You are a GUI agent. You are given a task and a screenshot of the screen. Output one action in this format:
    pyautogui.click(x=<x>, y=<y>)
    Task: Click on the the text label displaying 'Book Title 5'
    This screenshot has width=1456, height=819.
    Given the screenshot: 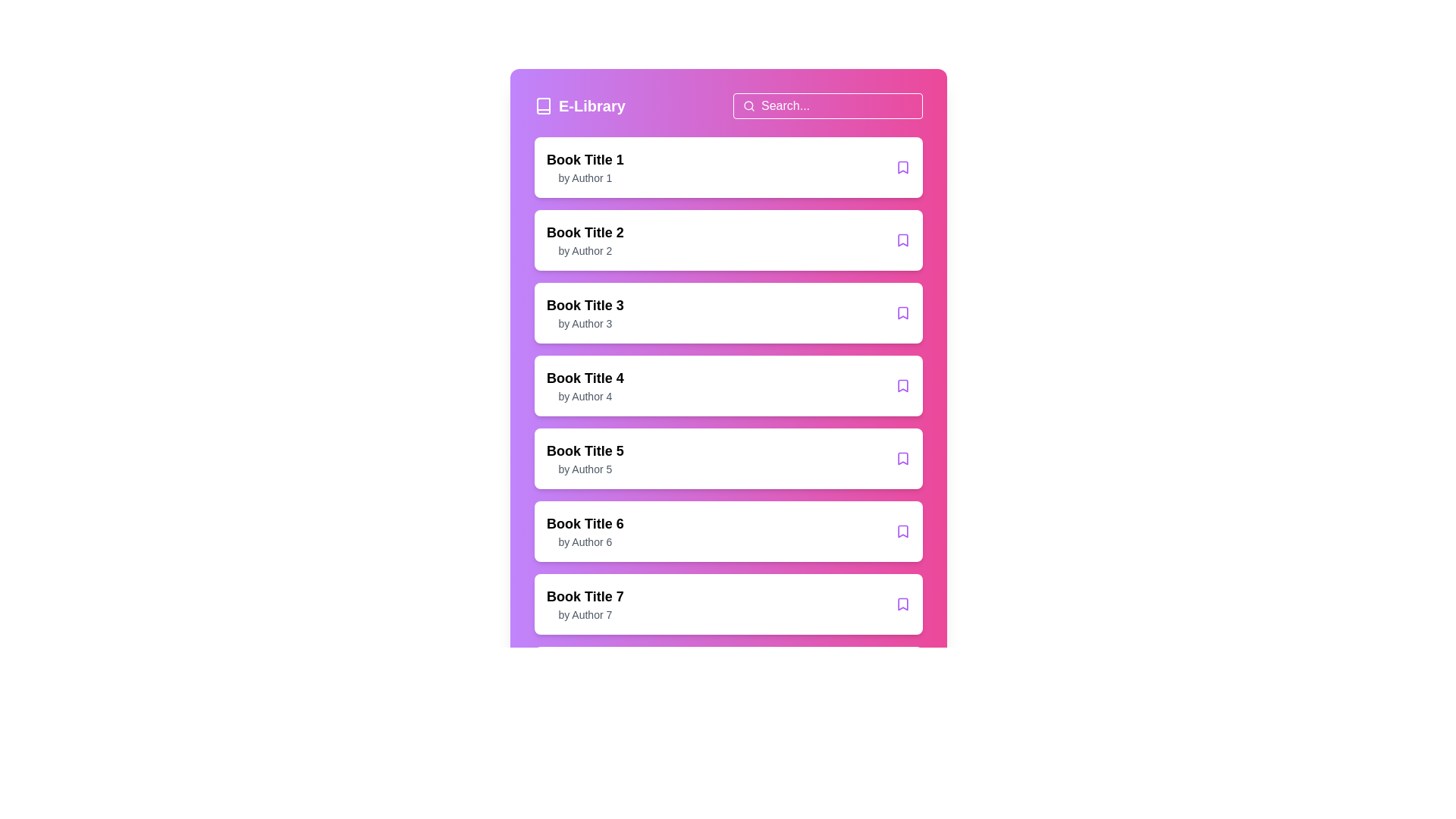 What is the action you would take?
    pyautogui.click(x=584, y=450)
    